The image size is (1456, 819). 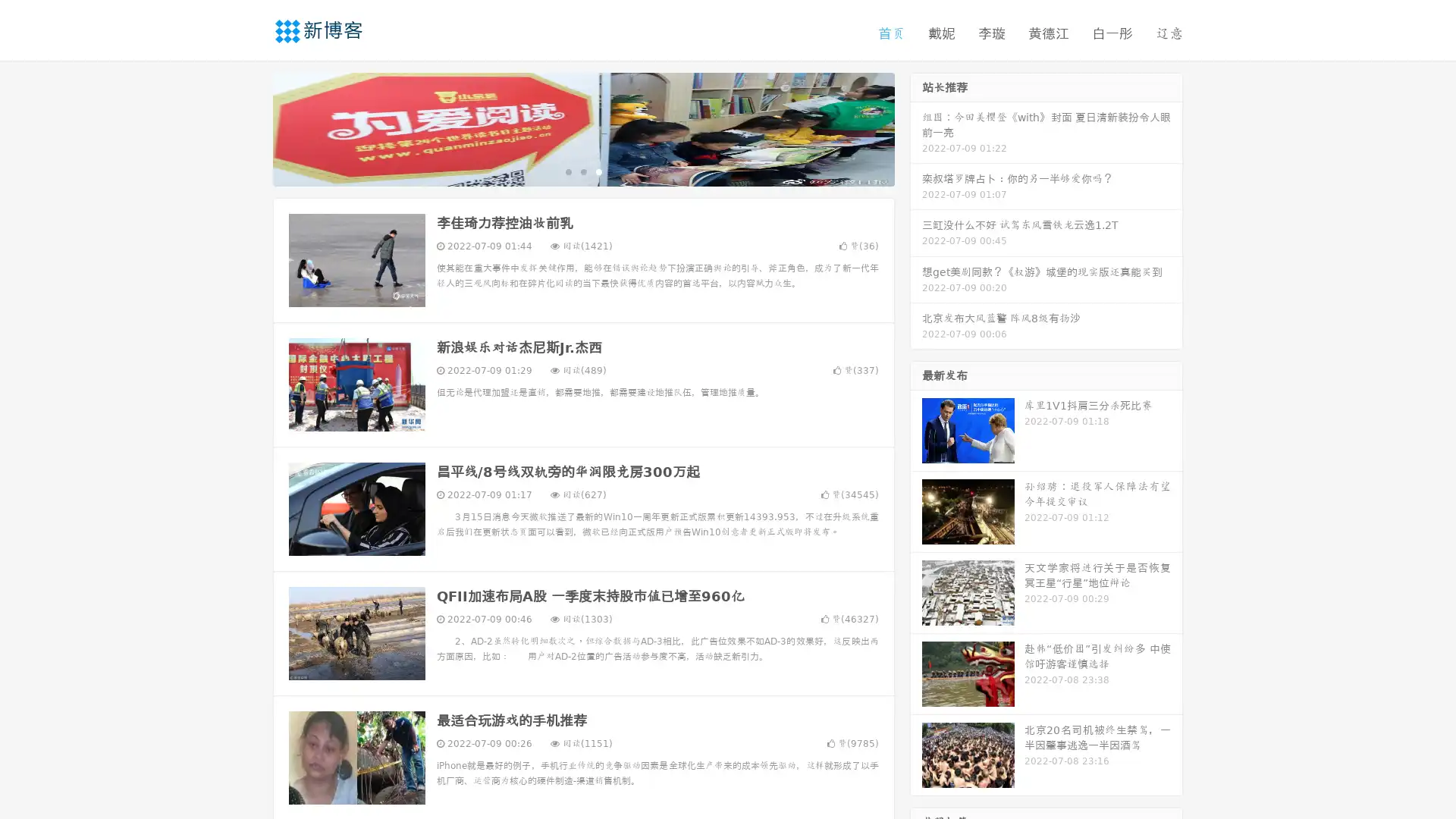 I want to click on Go to slide 2, so click(x=582, y=171).